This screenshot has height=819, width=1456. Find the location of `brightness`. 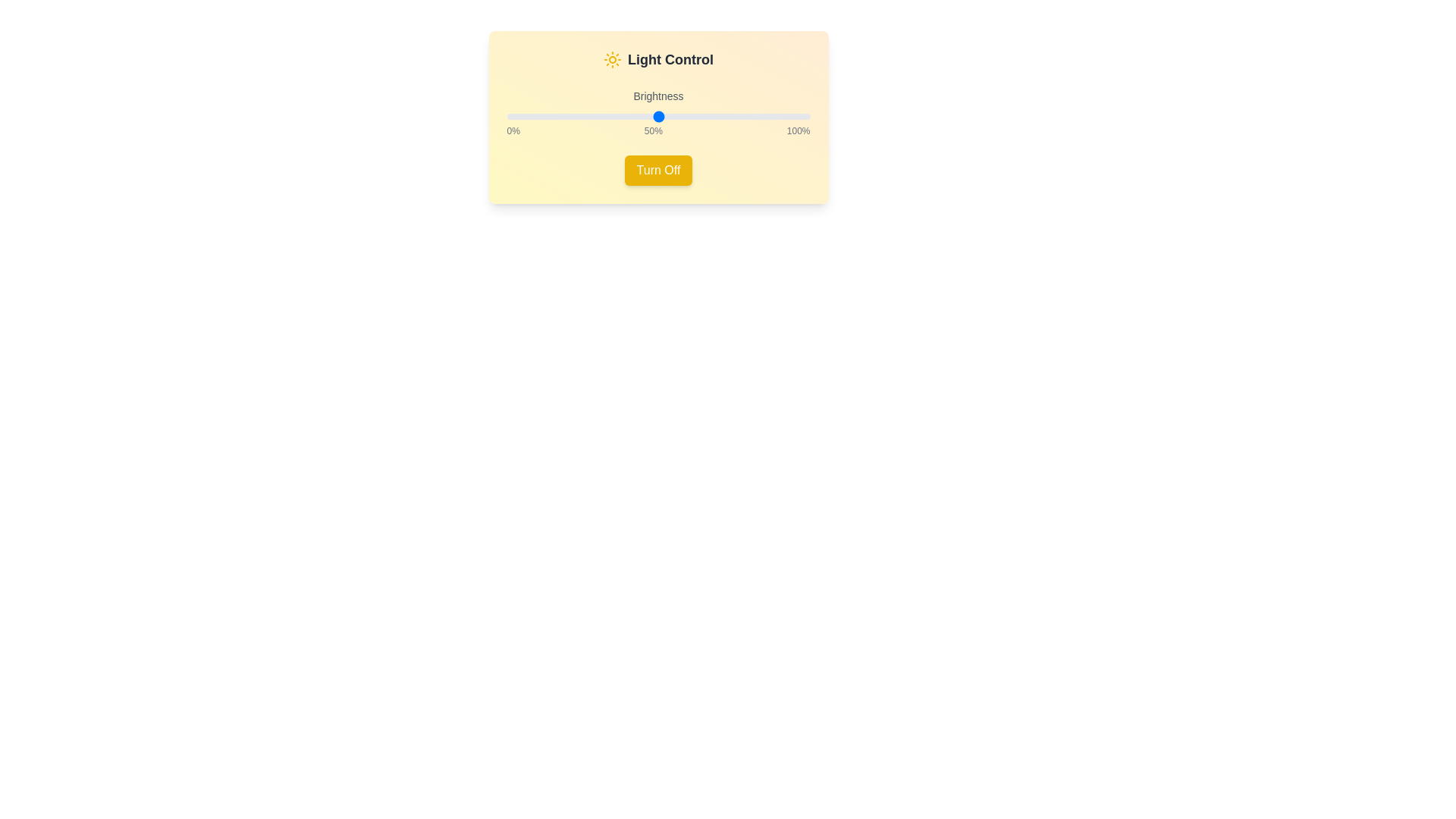

brightness is located at coordinates (597, 116).